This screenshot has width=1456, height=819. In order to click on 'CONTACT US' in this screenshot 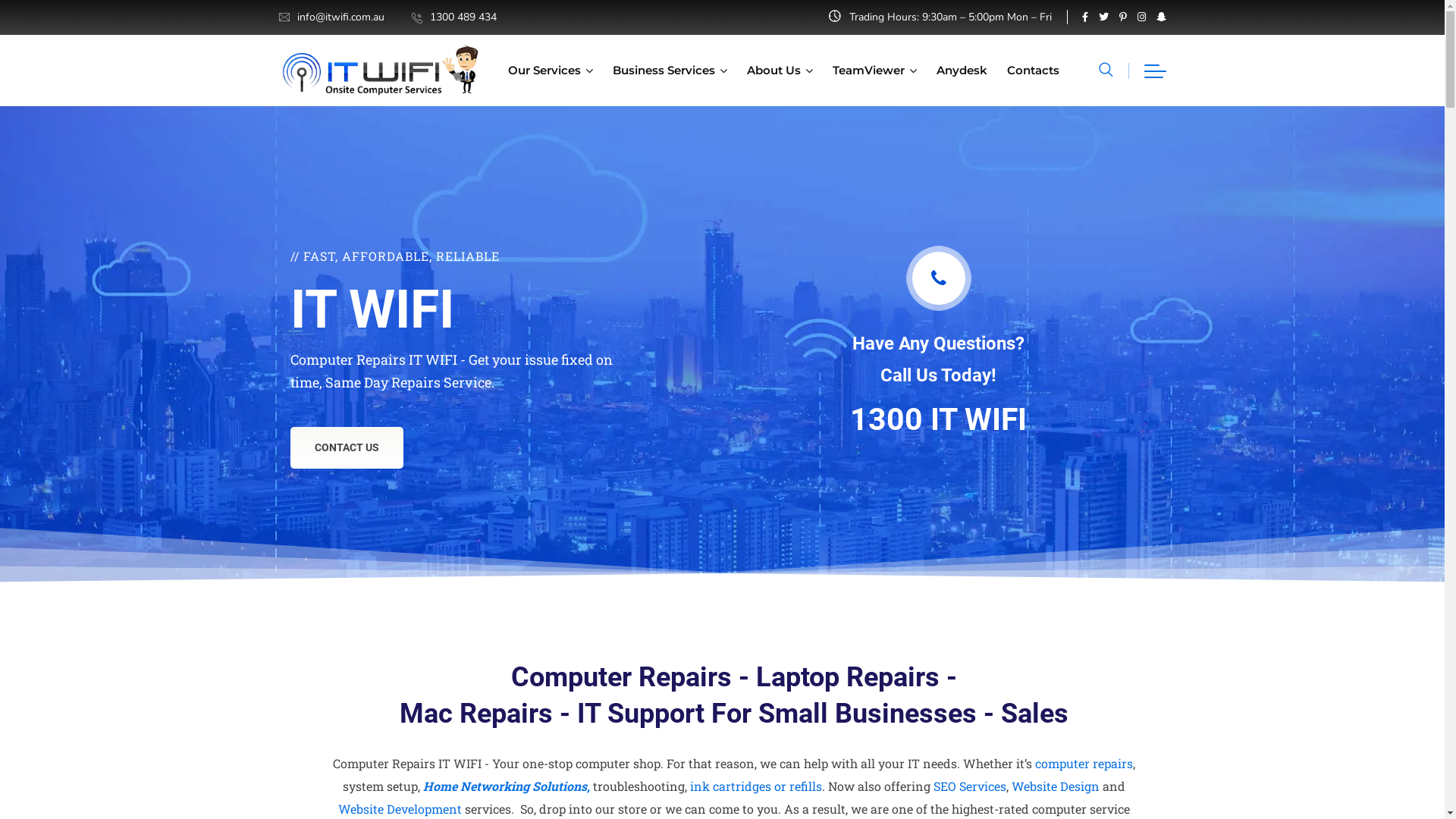, I will do `click(345, 447)`.